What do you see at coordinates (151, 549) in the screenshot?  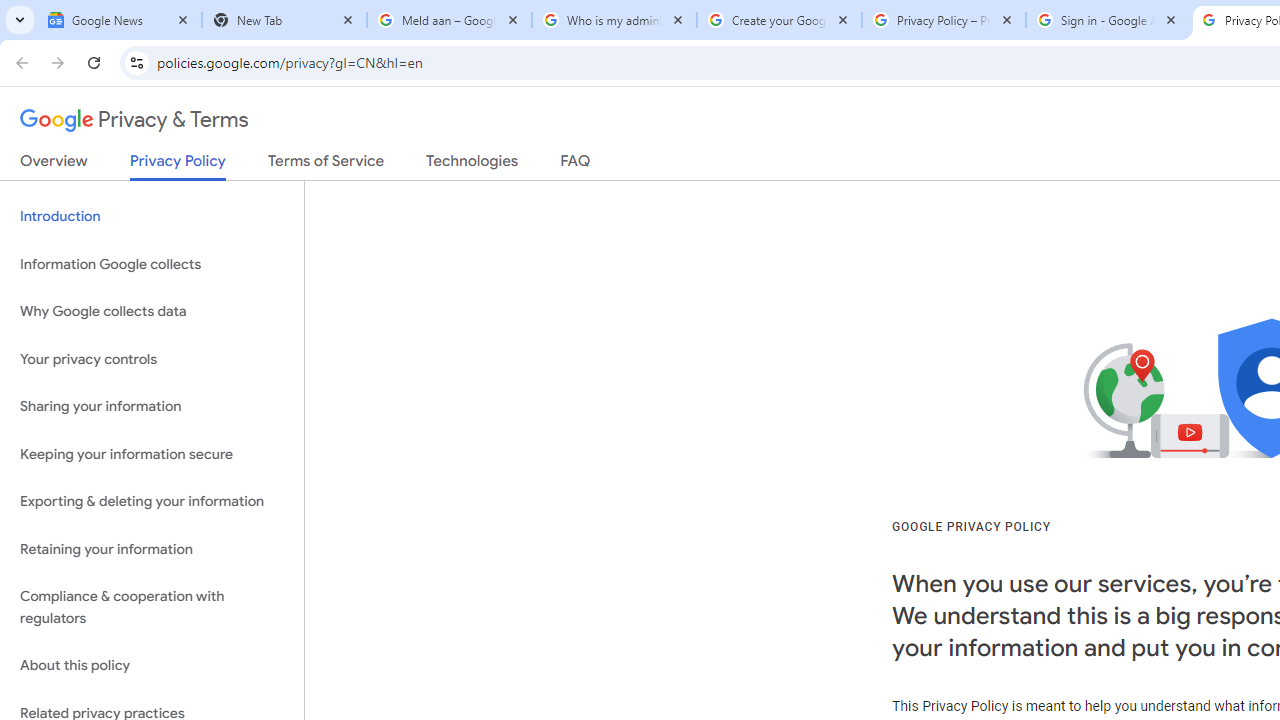 I see `'Retaining your information'` at bounding box center [151, 549].